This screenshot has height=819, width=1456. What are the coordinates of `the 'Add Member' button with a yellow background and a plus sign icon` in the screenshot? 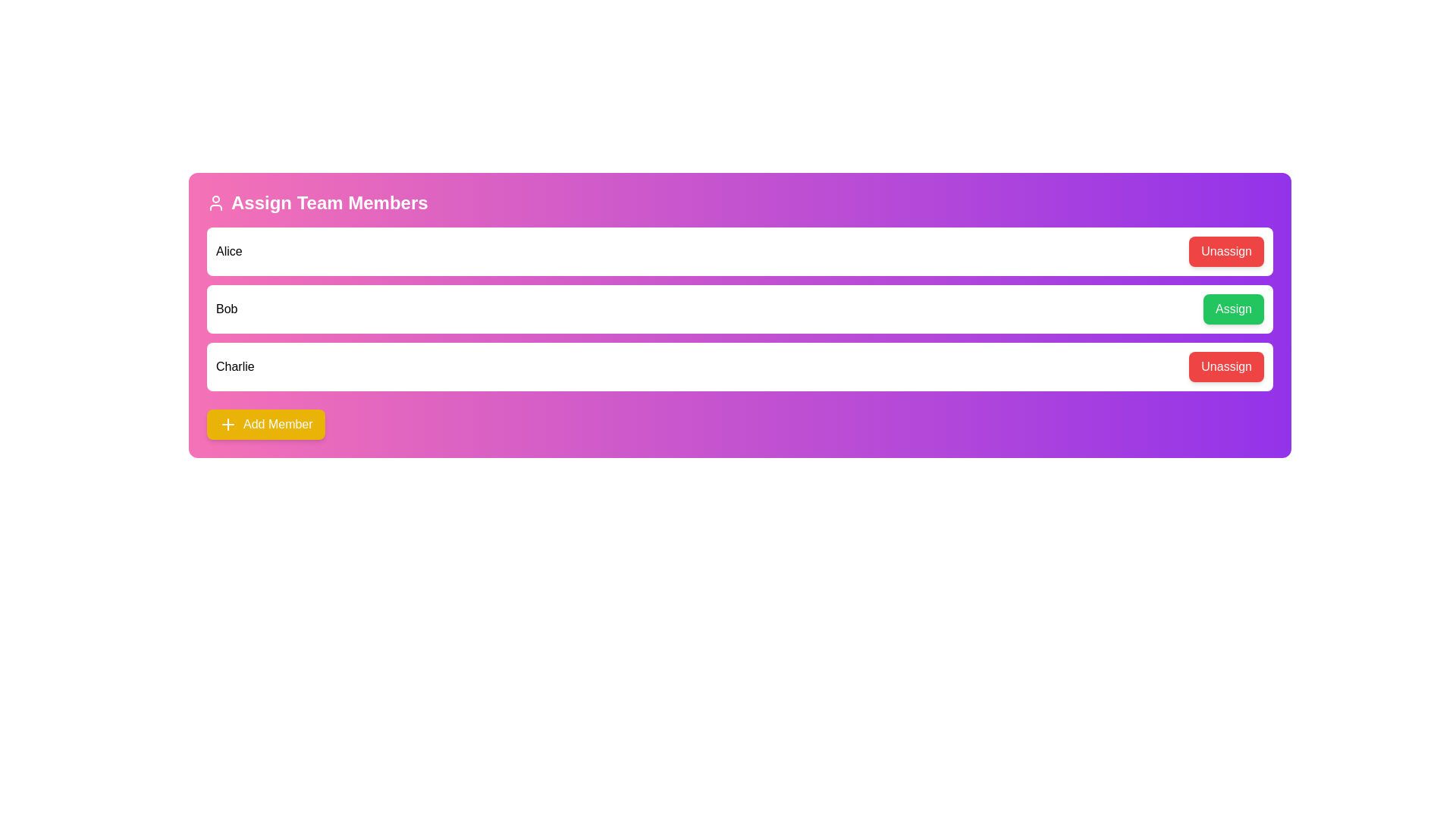 It's located at (265, 424).